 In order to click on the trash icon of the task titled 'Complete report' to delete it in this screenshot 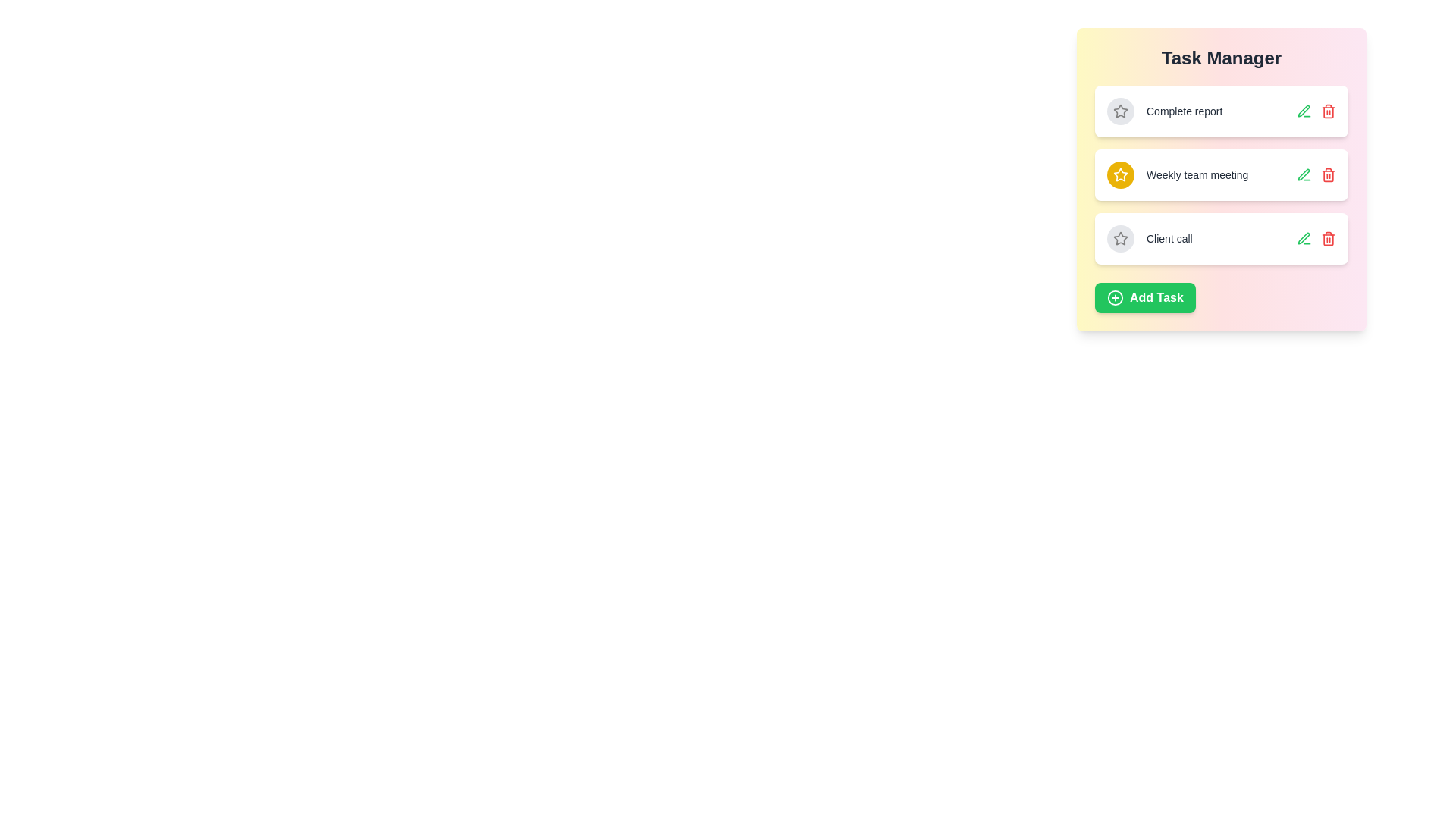, I will do `click(1328, 110)`.